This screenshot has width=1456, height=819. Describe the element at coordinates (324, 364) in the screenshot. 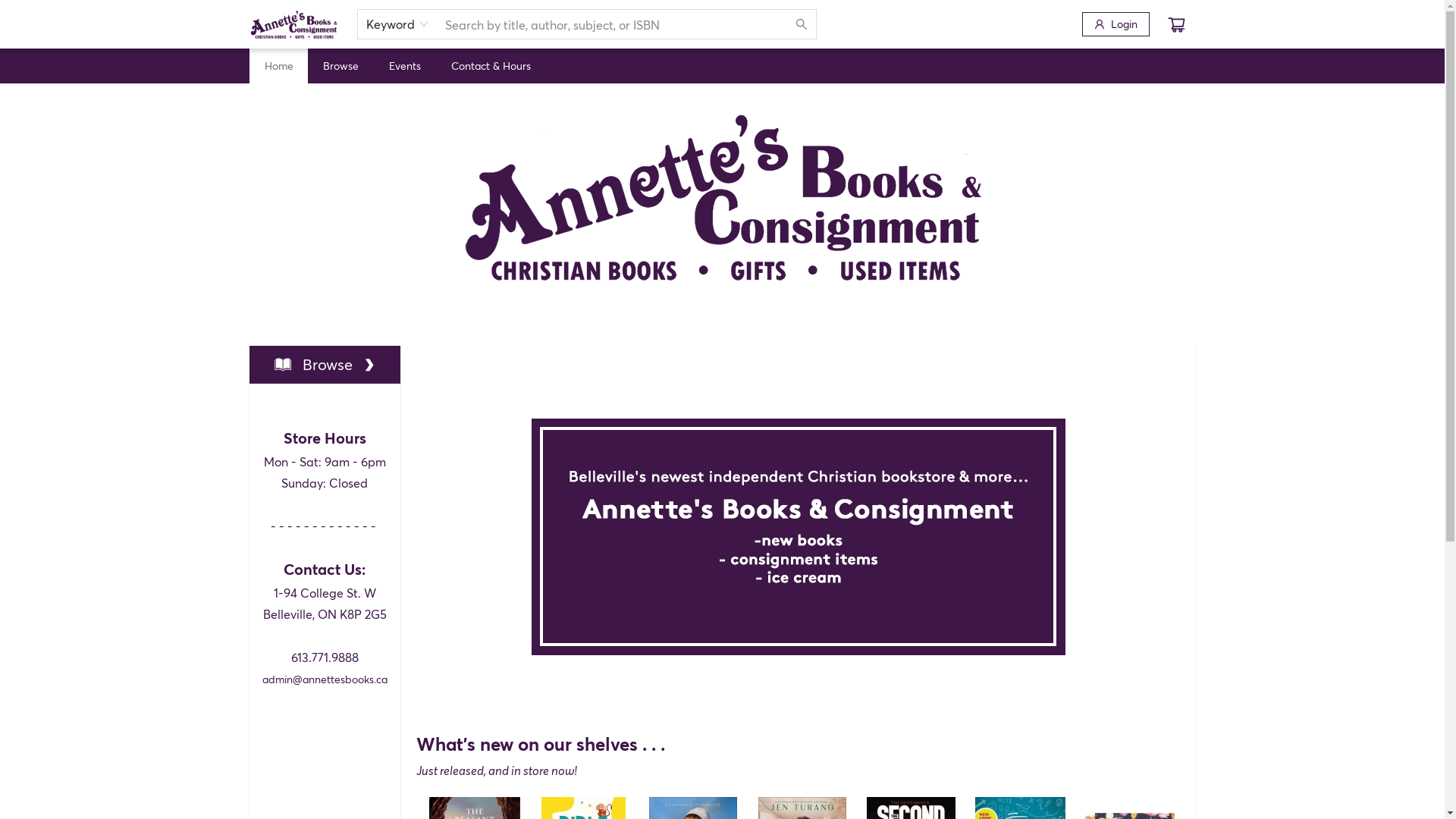

I see `'  Browse  '` at that location.